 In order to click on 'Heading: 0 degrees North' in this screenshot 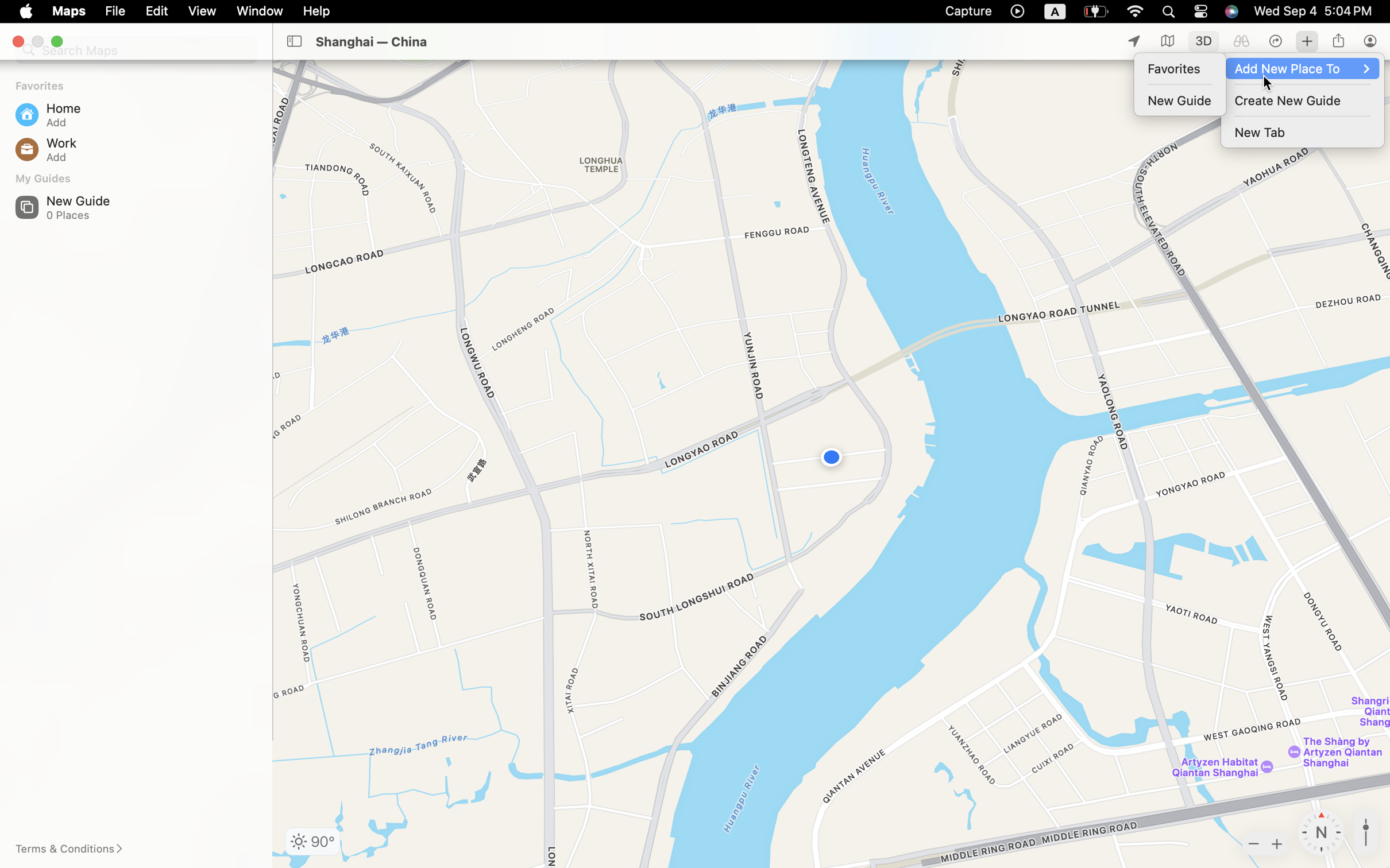, I will do `click(1322, 832)`.